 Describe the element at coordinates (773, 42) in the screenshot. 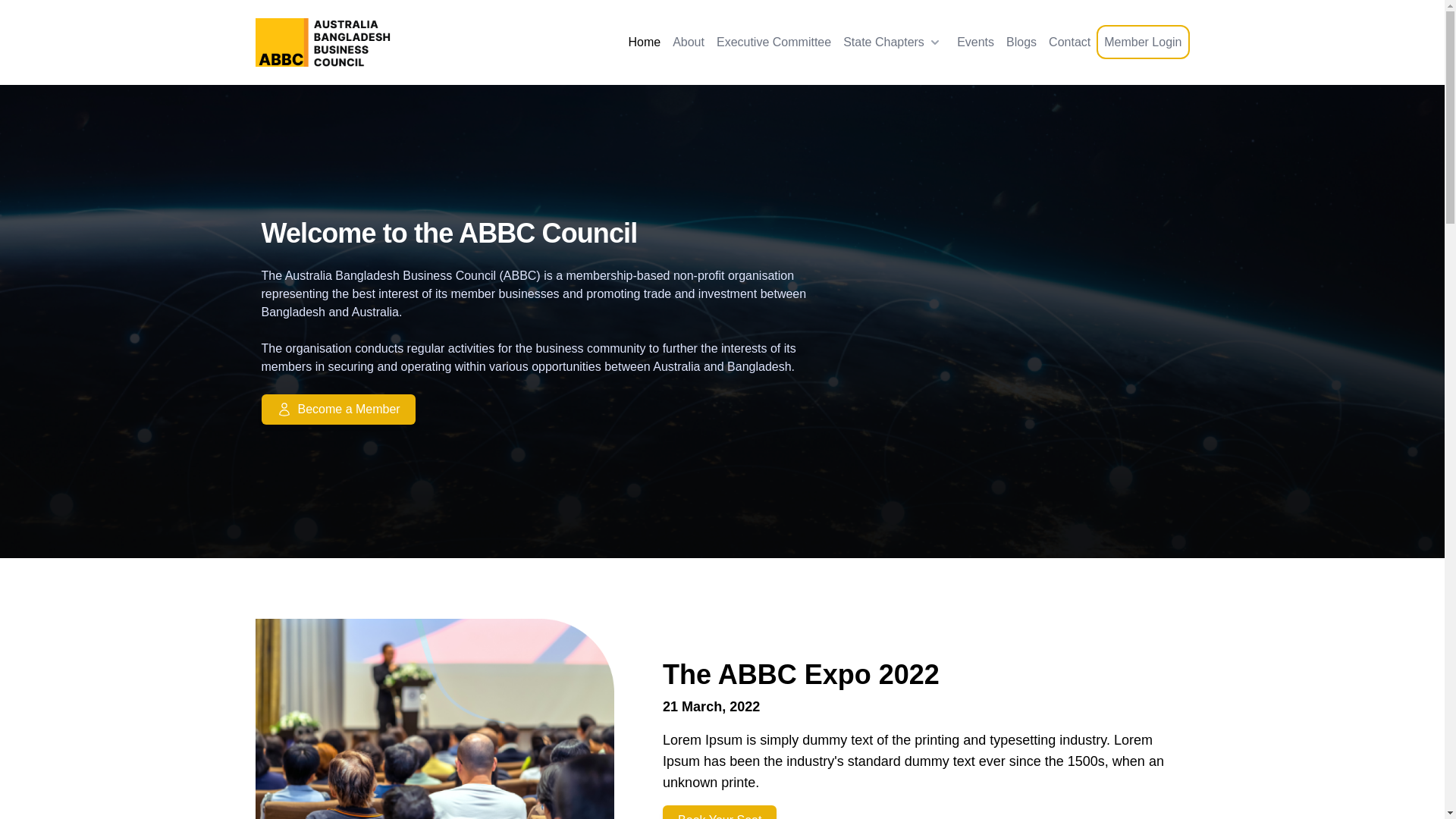

I see `'Executive Committee'` at that location.